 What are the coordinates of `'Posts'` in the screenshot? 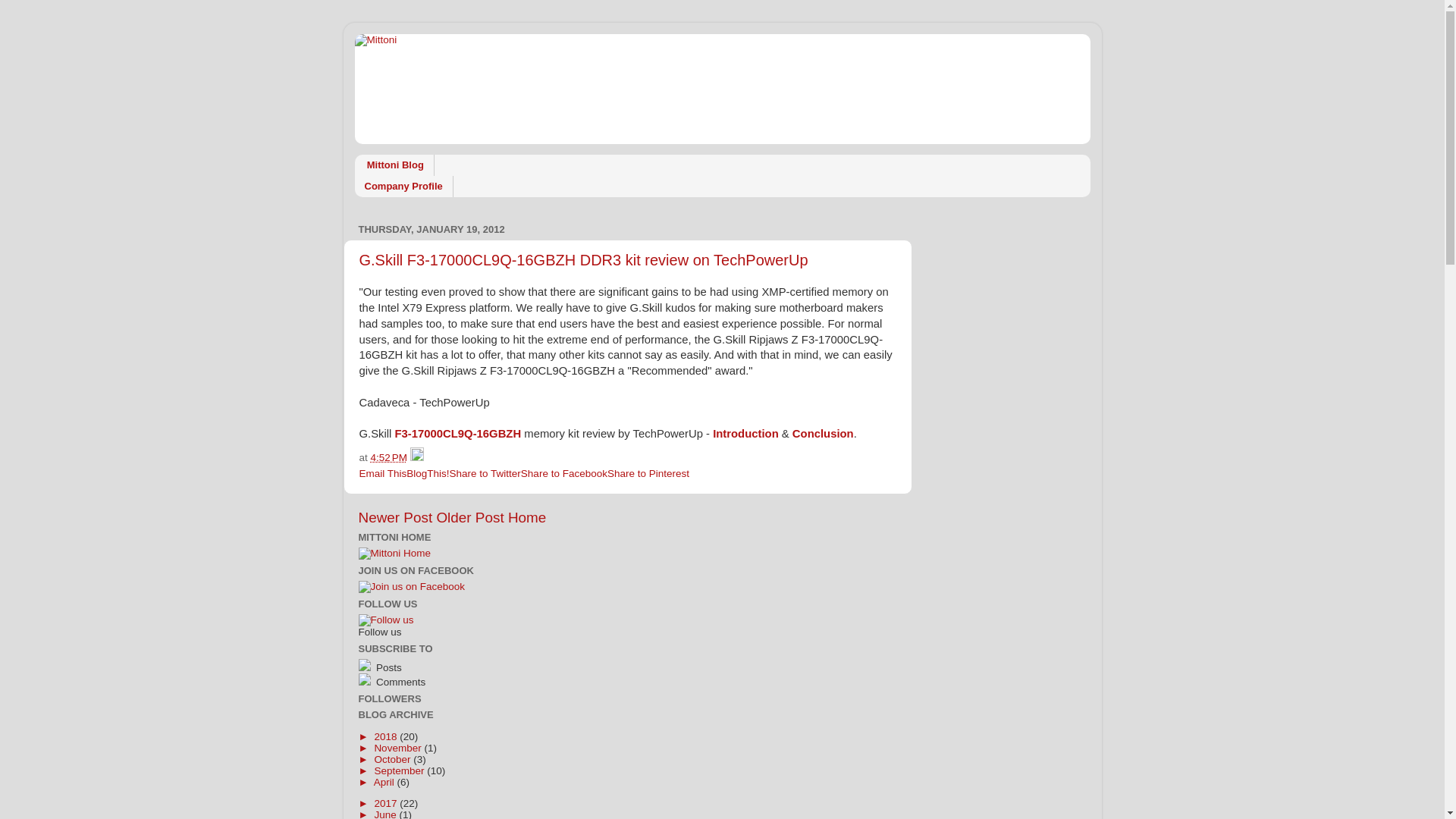 It's located at (451, 665).